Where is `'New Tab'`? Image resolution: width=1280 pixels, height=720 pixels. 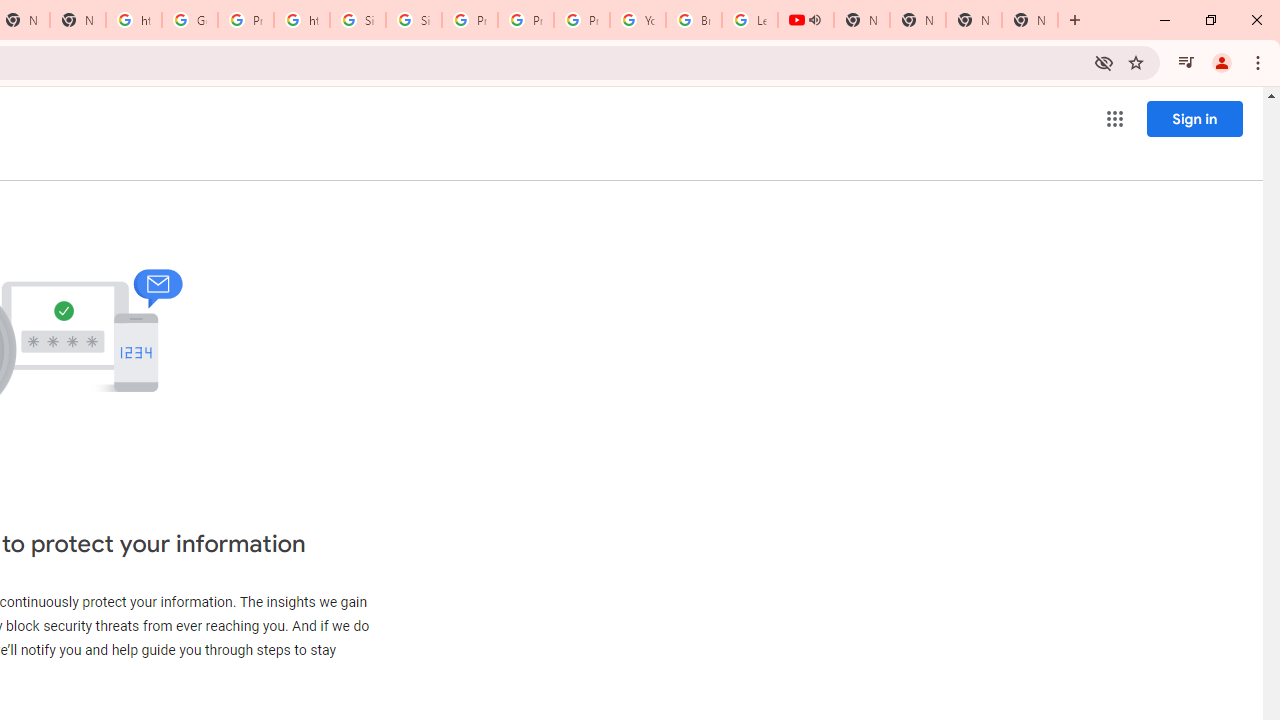
'New Tab' is located at coordinates (974, 20).